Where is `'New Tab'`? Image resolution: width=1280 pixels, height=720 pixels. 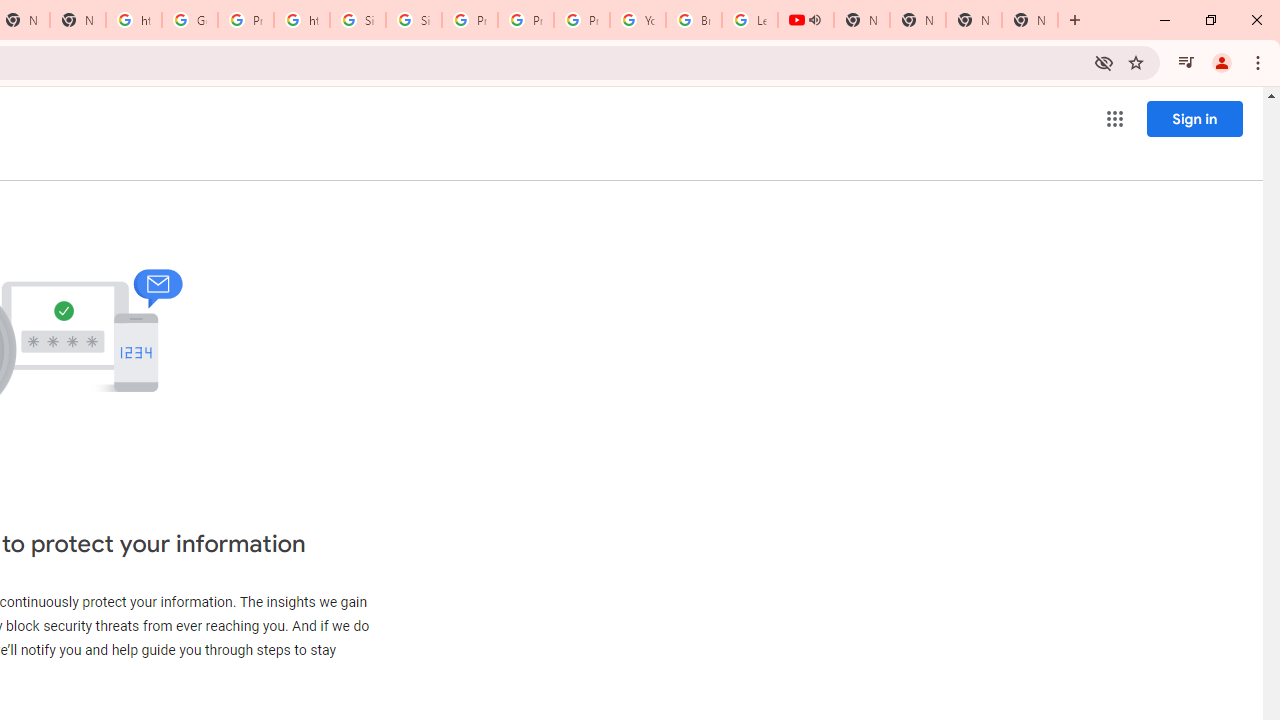
'New Tab' is located at coordinates (974, 20).